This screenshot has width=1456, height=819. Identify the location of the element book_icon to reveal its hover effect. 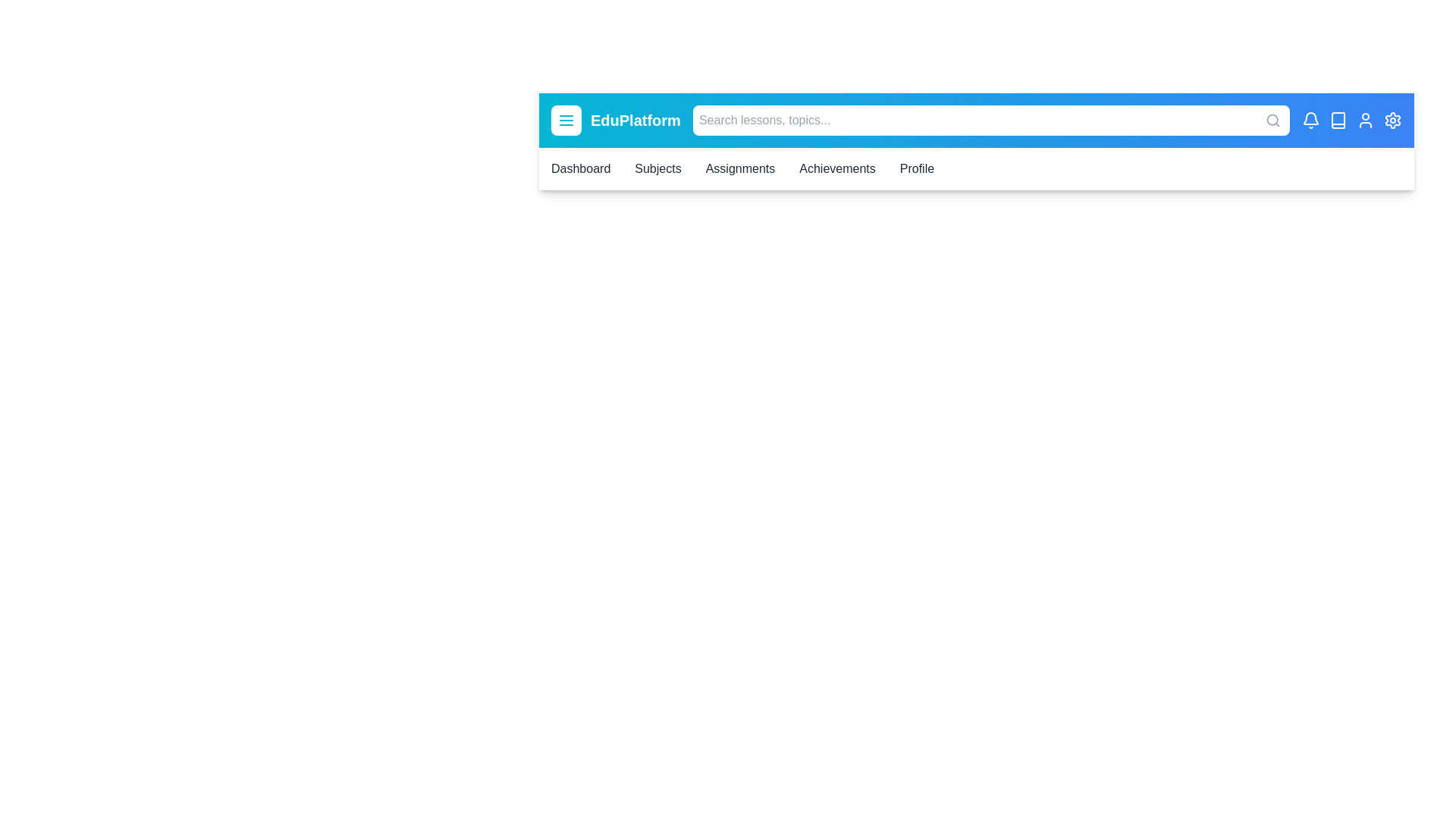
(1338, 119).